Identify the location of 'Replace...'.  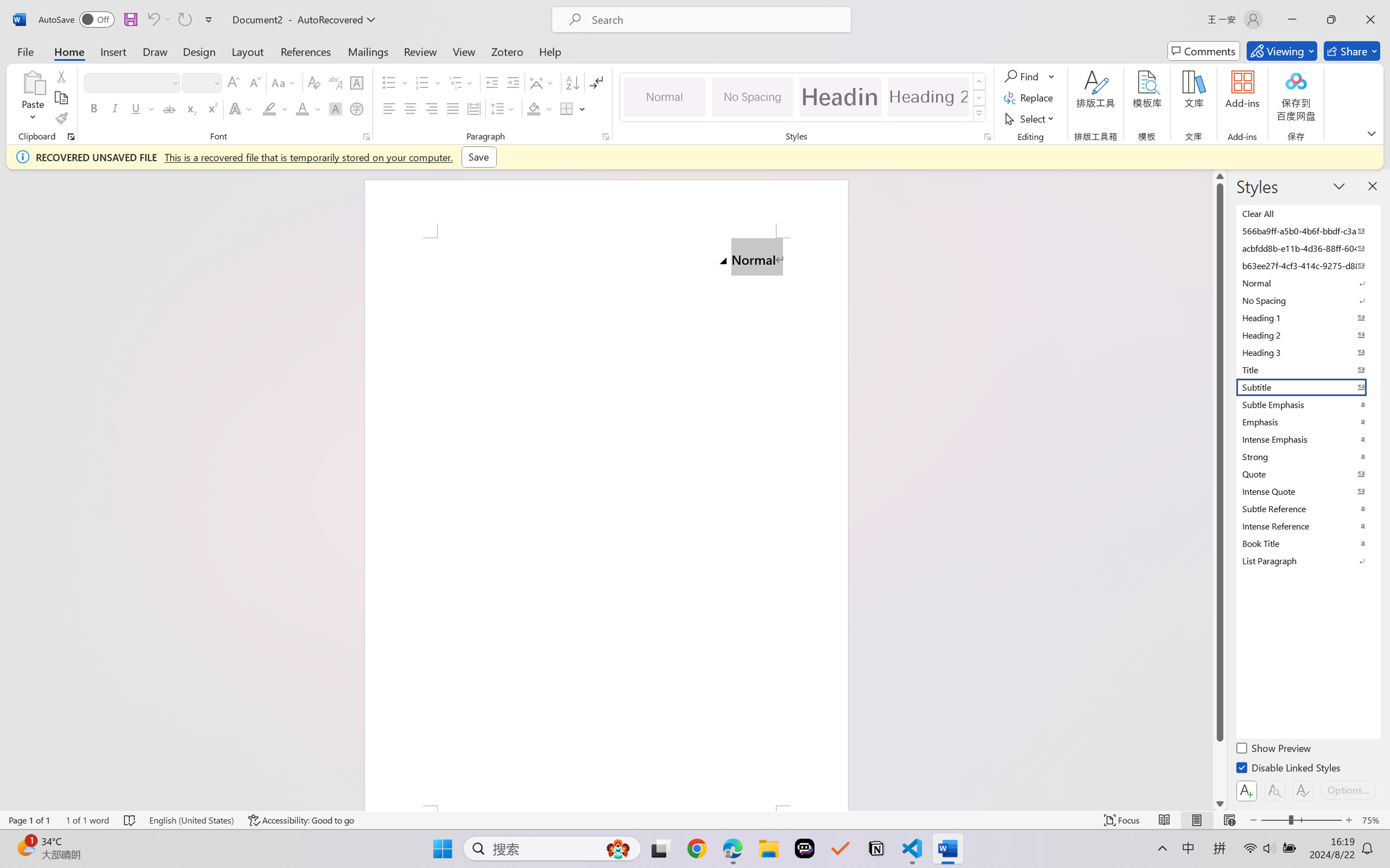
(1029, 98).